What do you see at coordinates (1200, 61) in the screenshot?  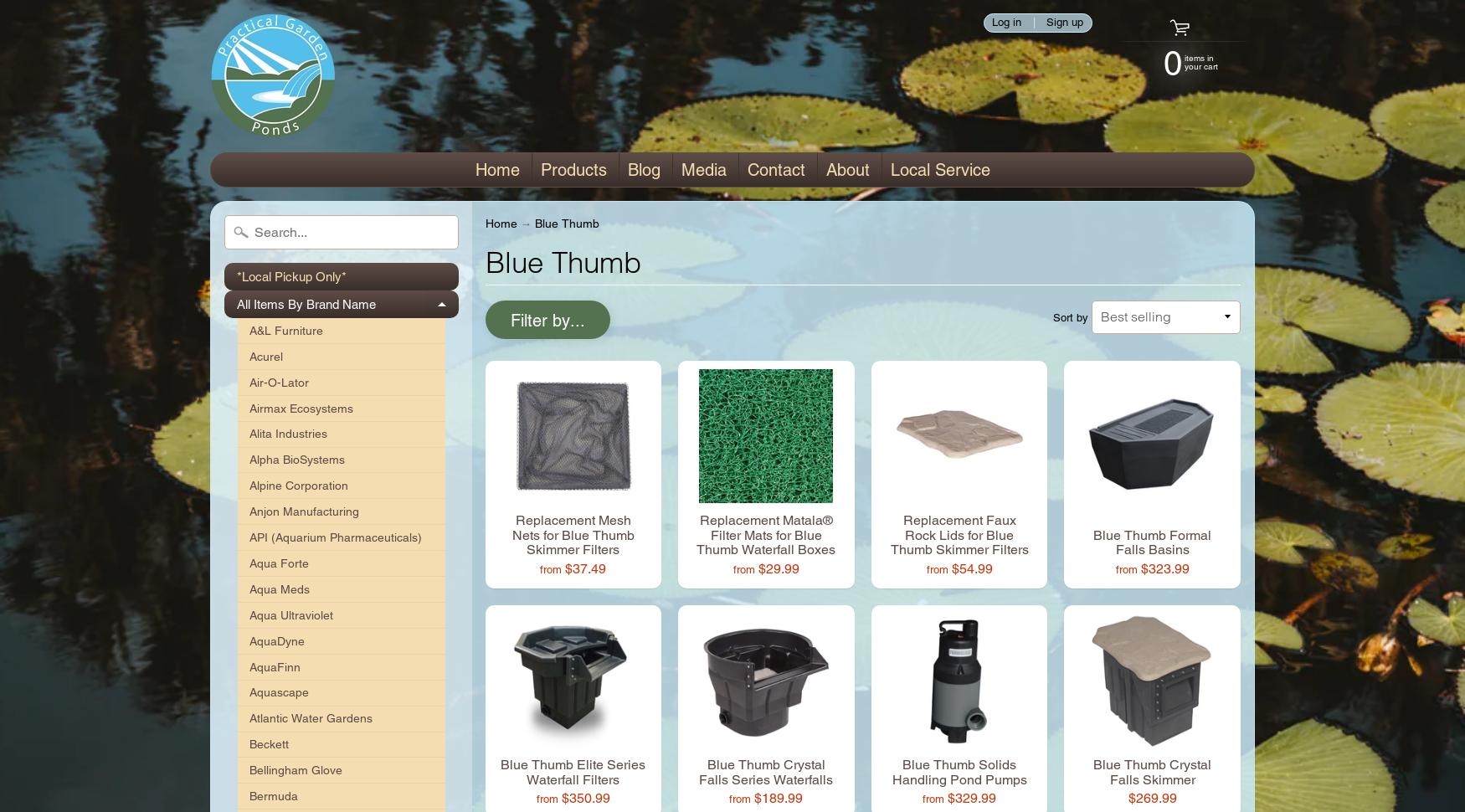 I see `'items in your cart'` at bounding box center [1200, 61].